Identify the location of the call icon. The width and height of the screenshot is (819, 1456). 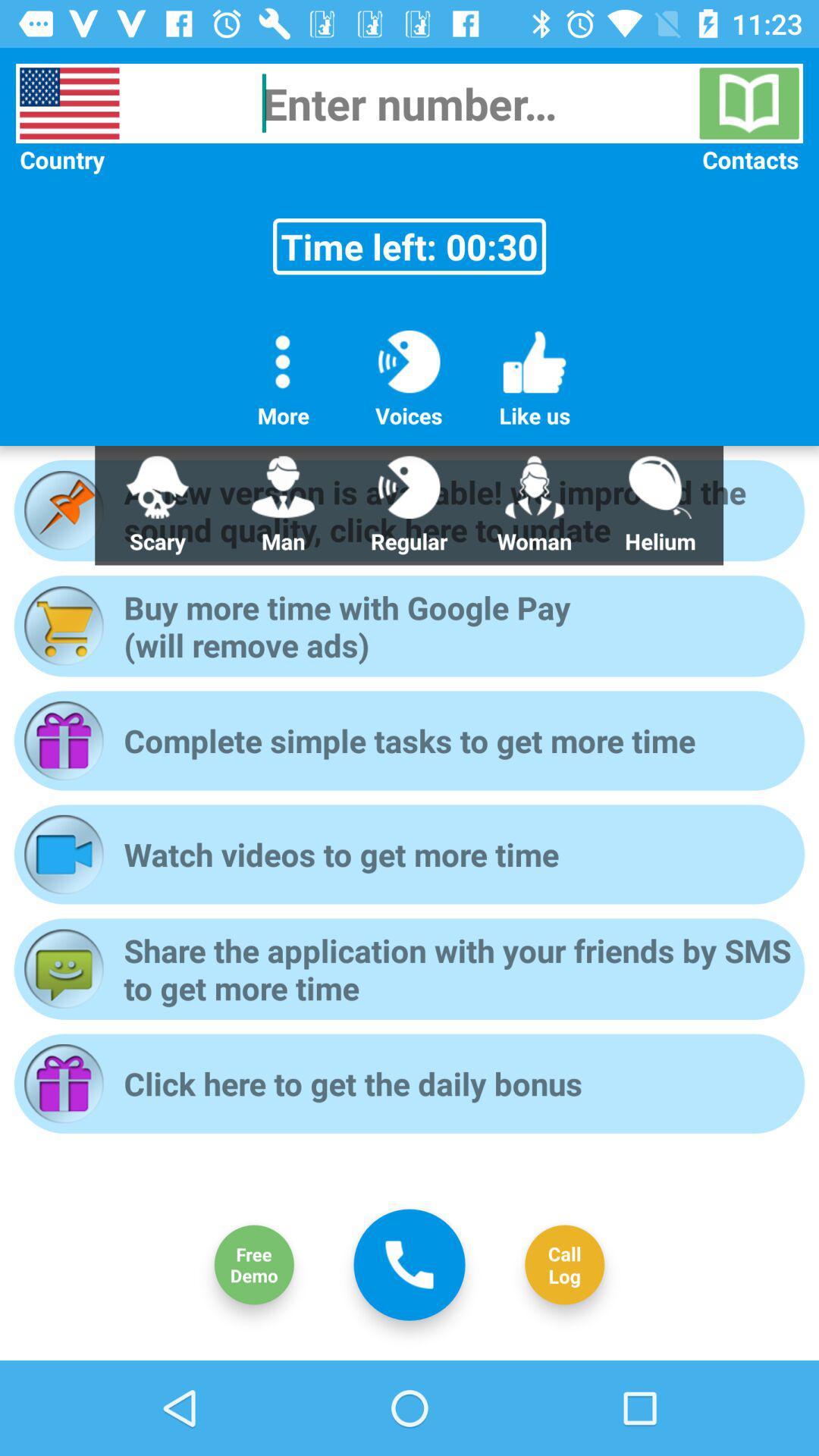
(409, 1264).